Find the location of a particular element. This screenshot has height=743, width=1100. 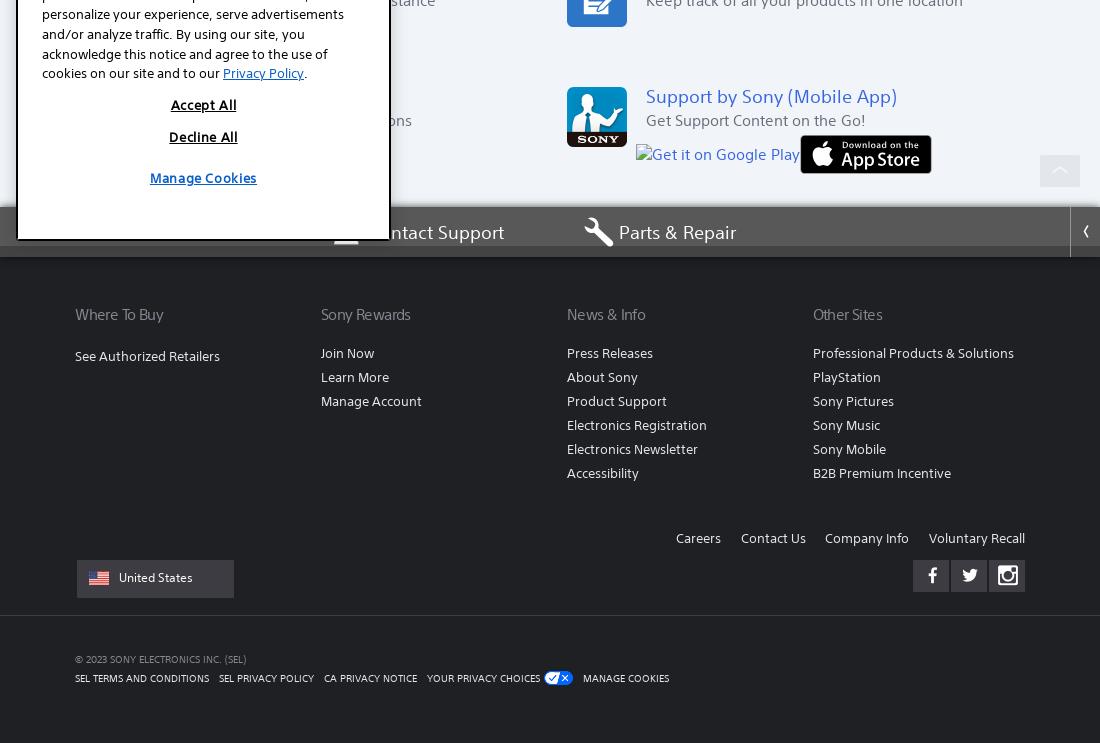

'SEL TERMS AND CONDITIONS' is located at coordinates (141, 676).